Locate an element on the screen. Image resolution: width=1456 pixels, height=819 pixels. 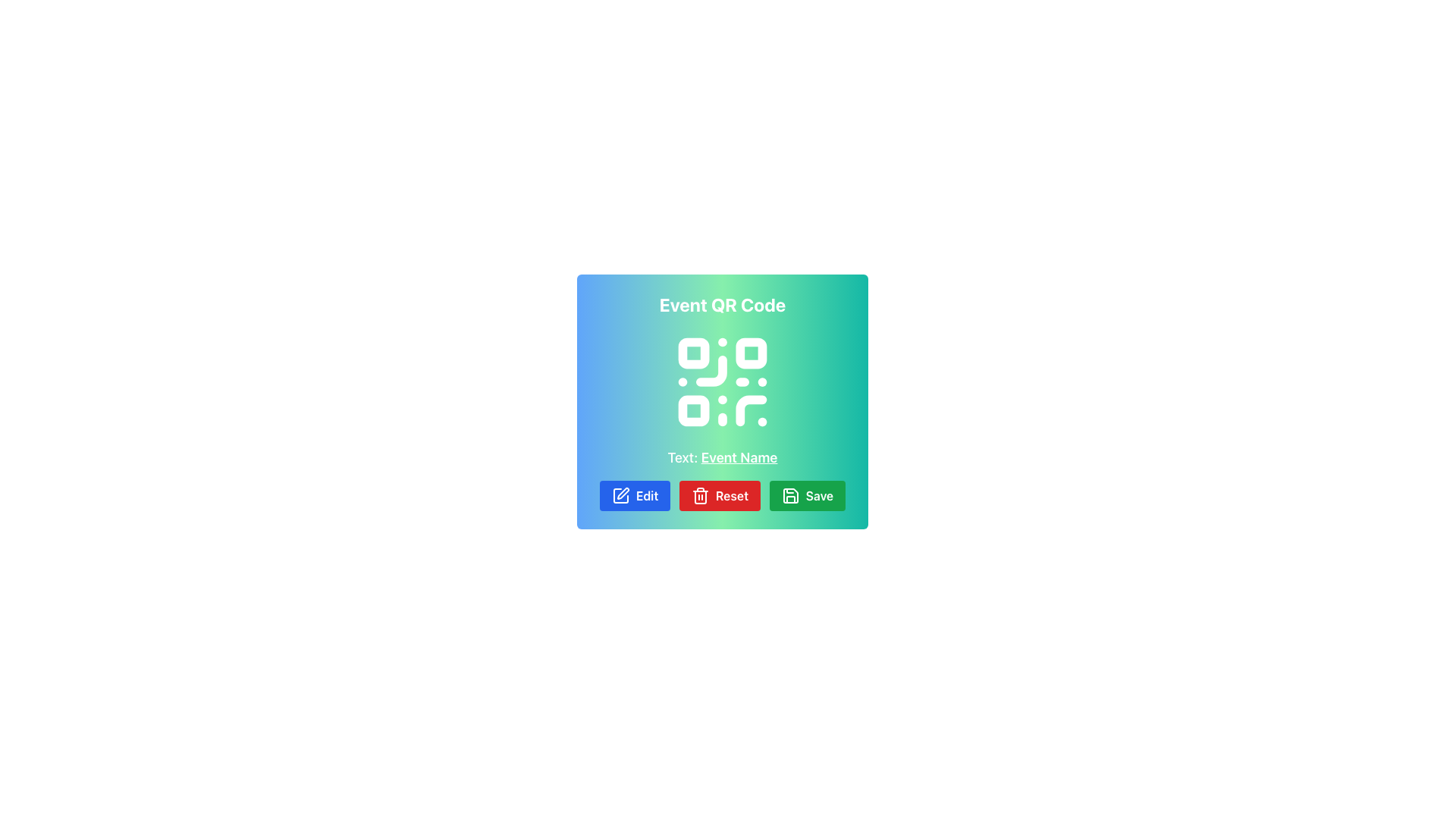
the text snippet displaying 'Text: Event Name' which is centered within a gradient blue-to-teal background, positioned above the buttons and below the QR code is located at coordinates (722, 457).